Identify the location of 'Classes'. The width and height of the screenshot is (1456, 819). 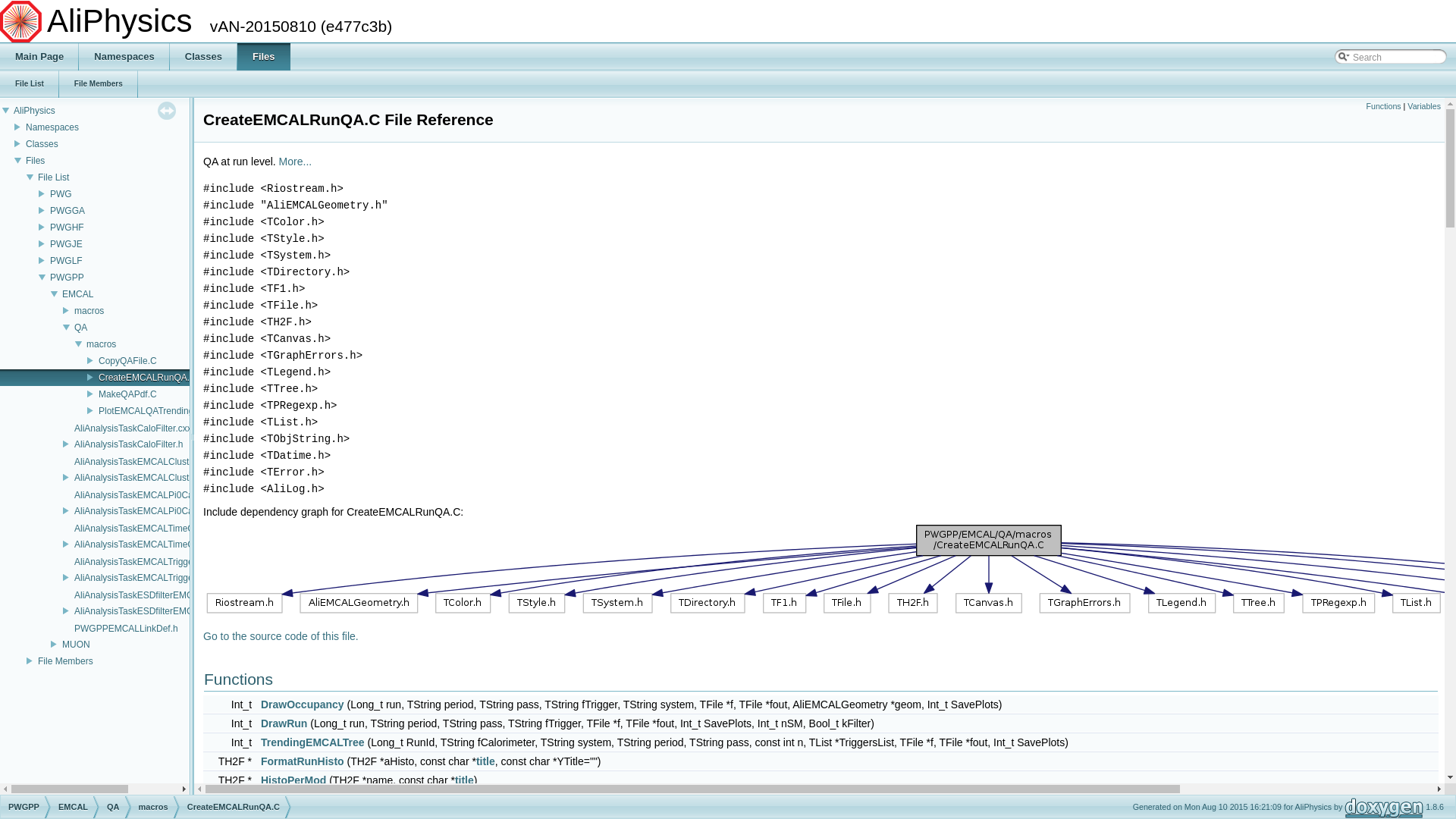
(202, 55).